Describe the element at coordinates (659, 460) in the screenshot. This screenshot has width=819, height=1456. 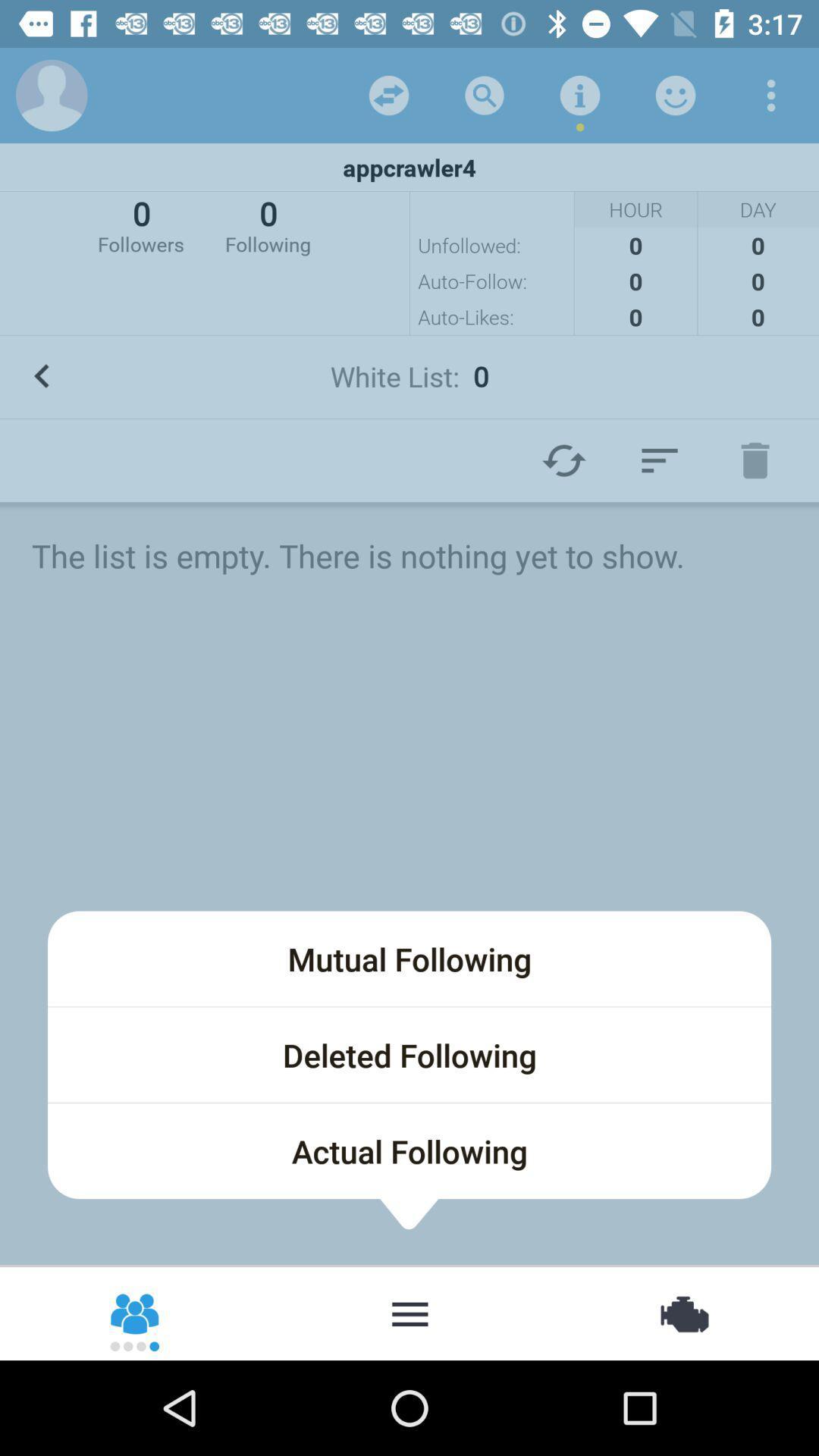
I see `appearence` at that location.